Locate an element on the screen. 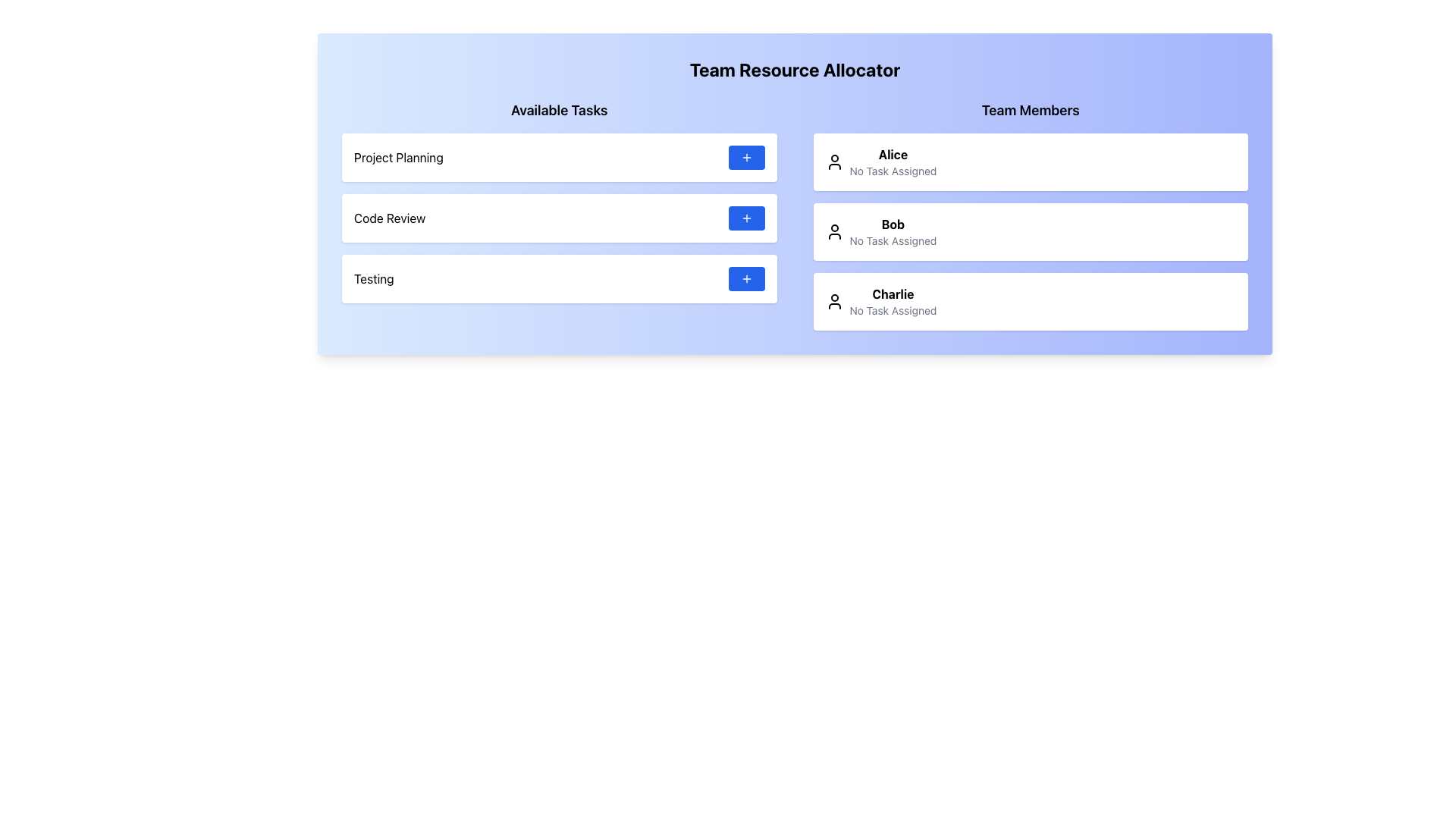 The width and height of the screenshot is (1456, 819). the first button in the 'Available Tasks' section to the right of 'Project Planning' is located at coordinates (746, 158).